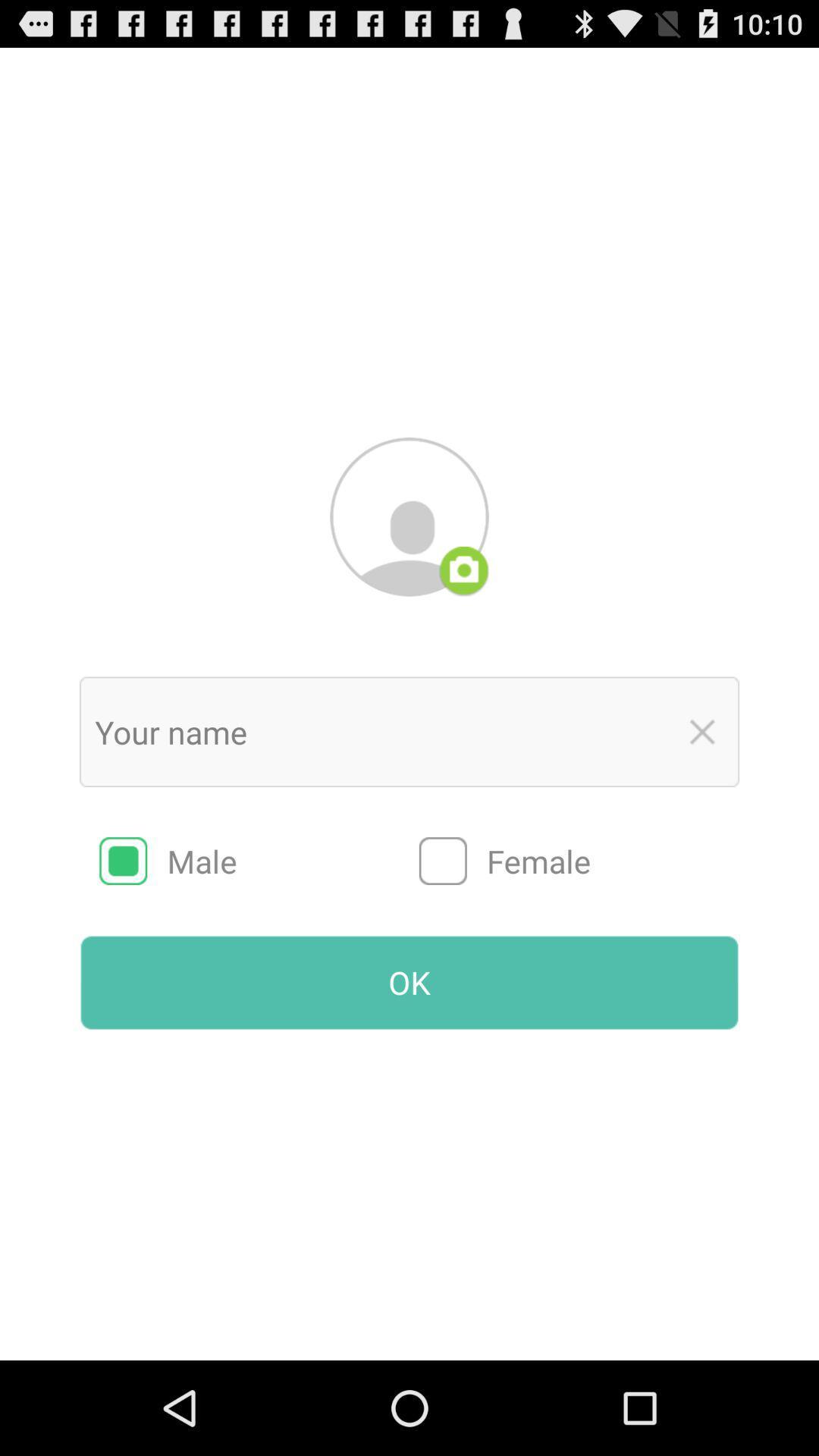 Image resolution: width=819 pixels, height=1456 pixels. I want to click on the avatar icon, so click(409, 552).